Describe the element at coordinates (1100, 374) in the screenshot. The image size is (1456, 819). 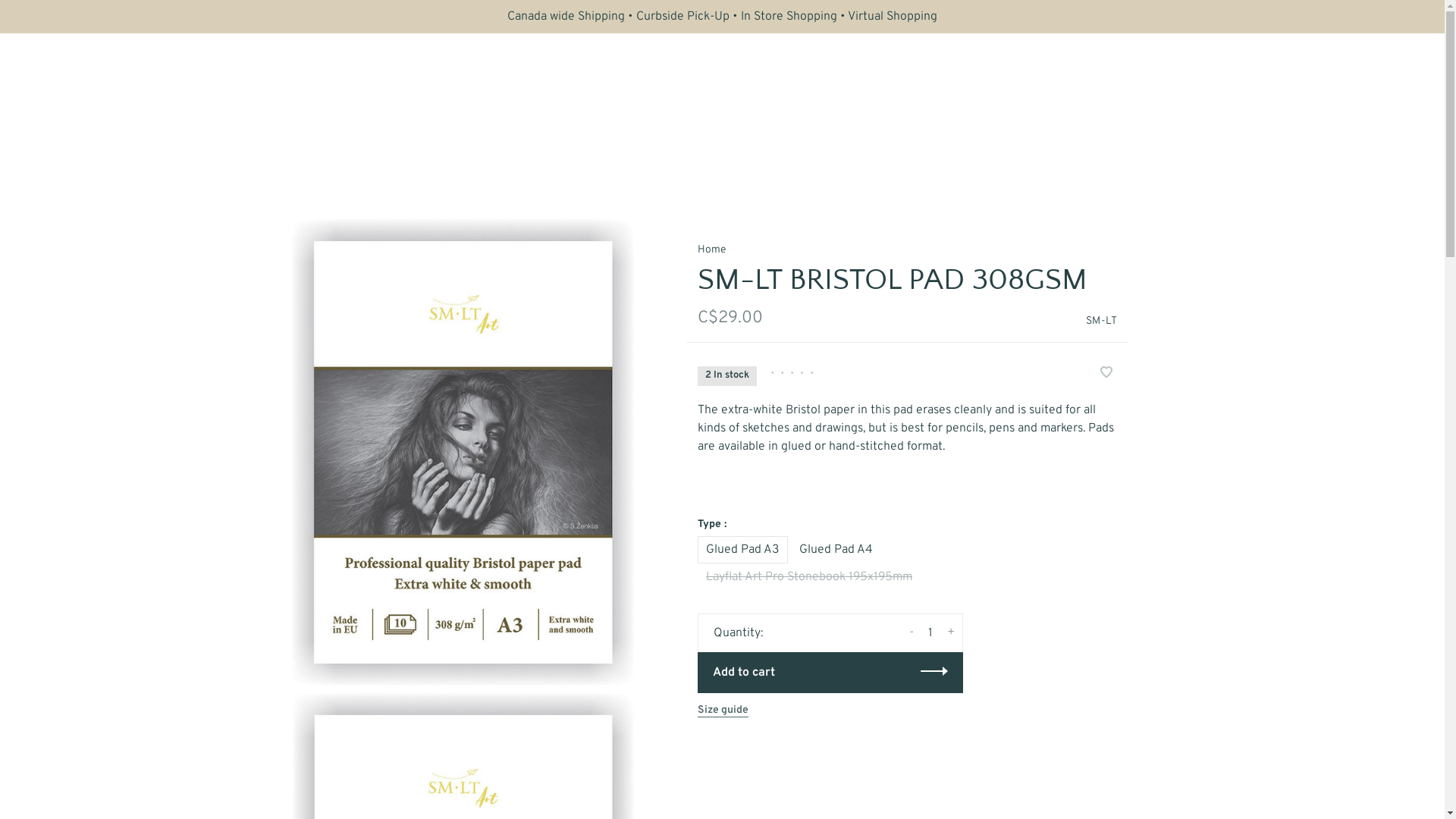
I see `'Add to wishlist'` at that location.